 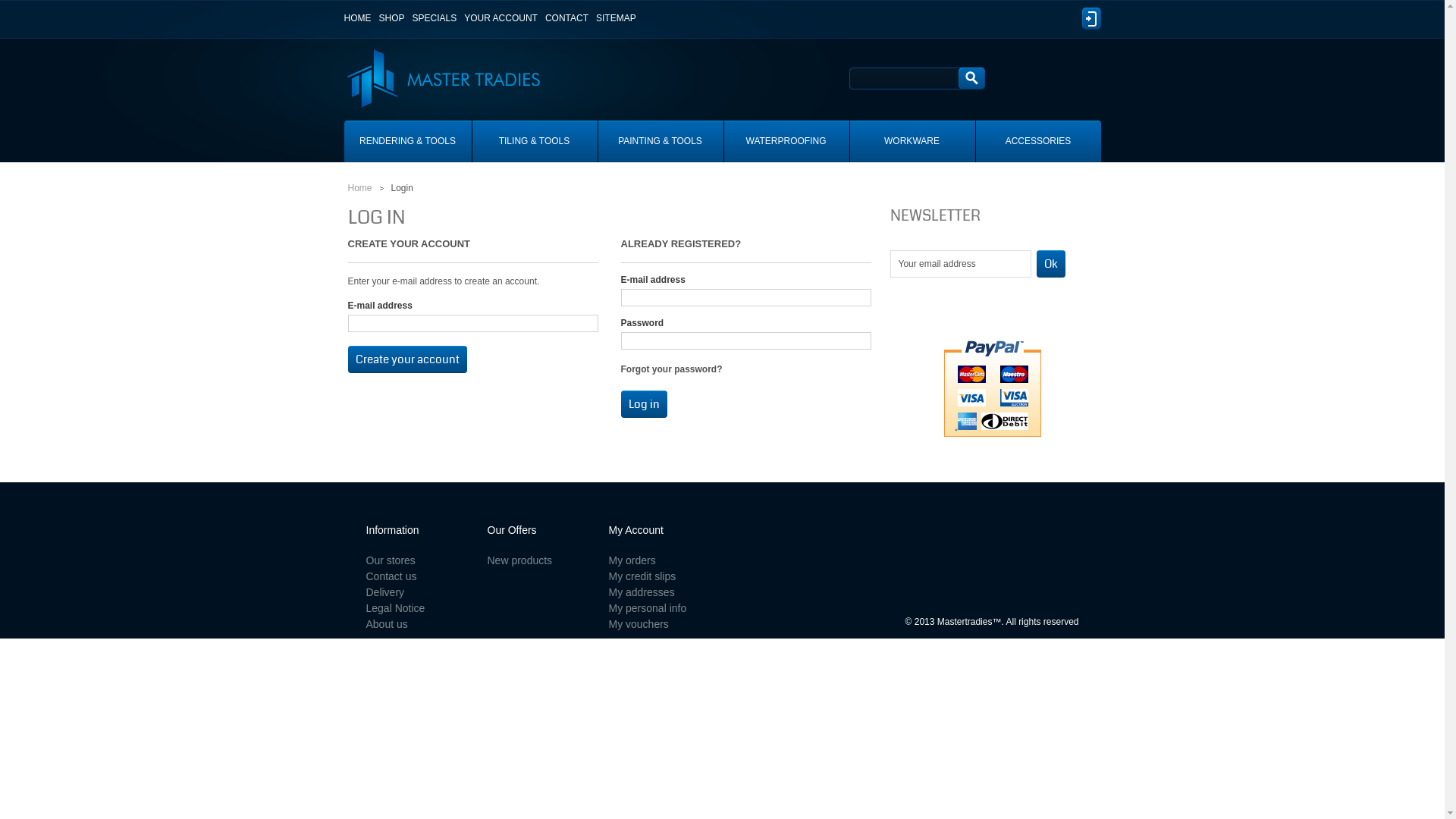 I want to click on 'Home', so click(x=359, y=187).